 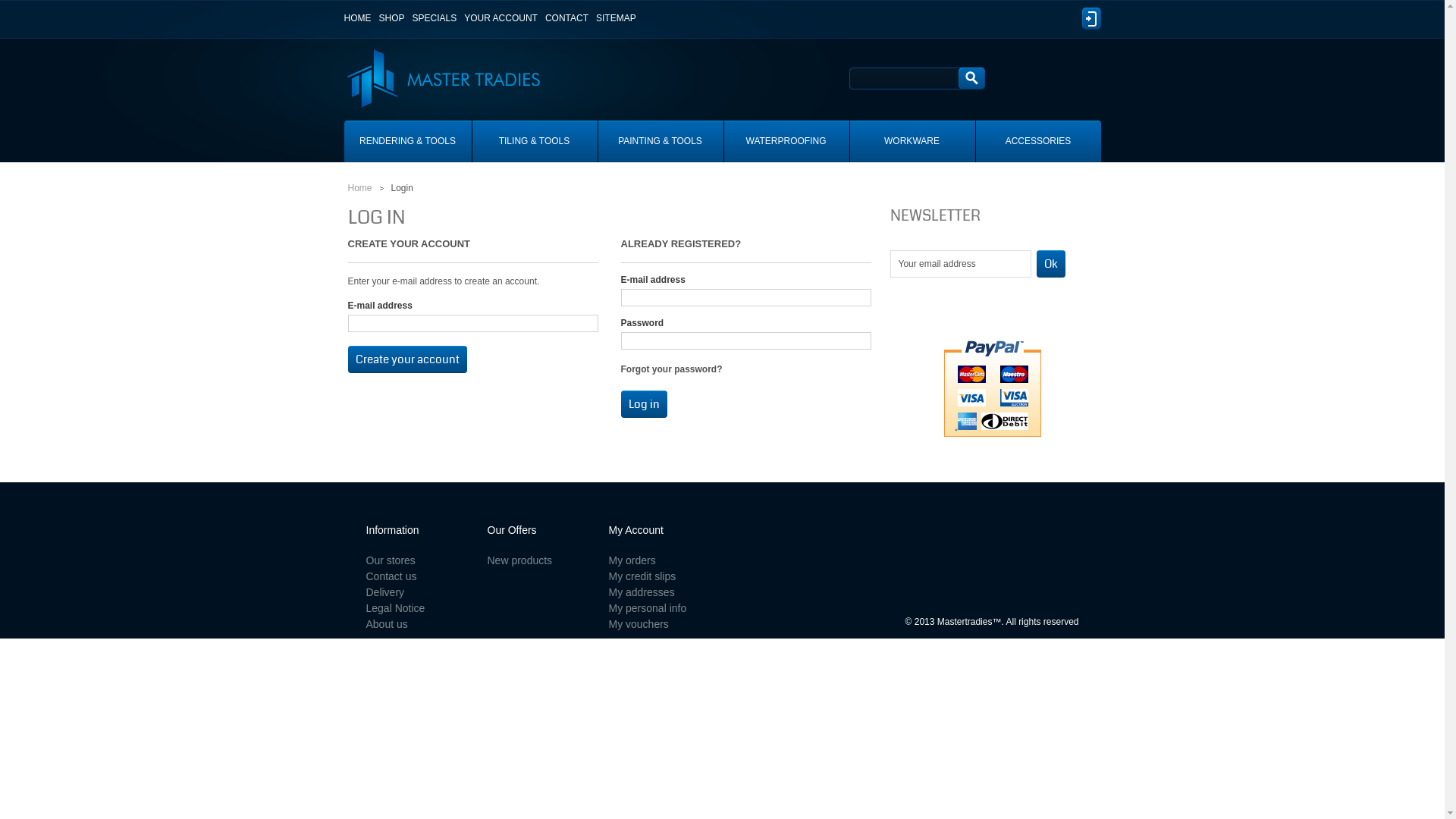 I want to click on 'Home', so click(x=359, y=187).